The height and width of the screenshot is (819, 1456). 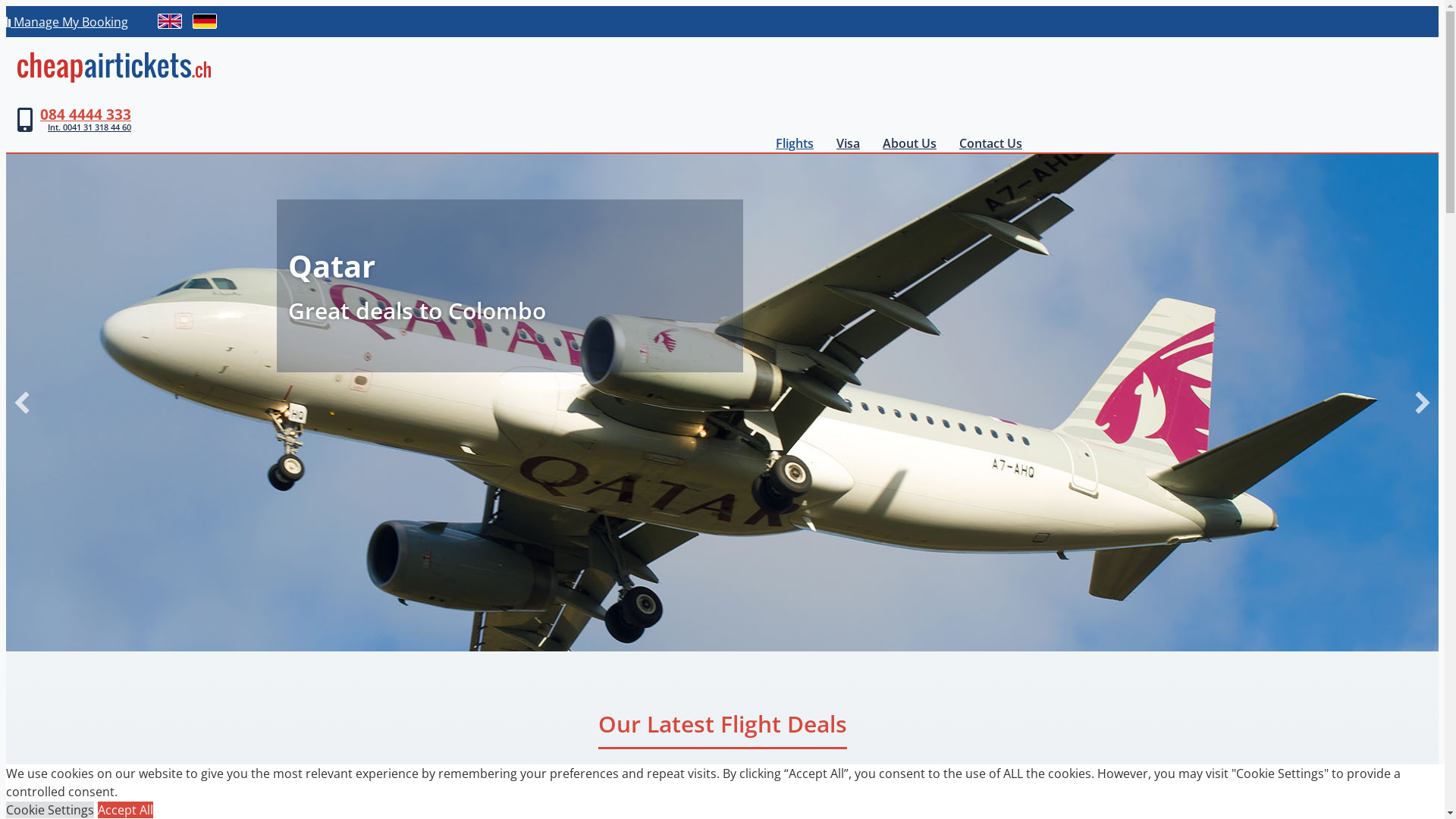 I want to click on 'About Us', so click(x=909, y=143).